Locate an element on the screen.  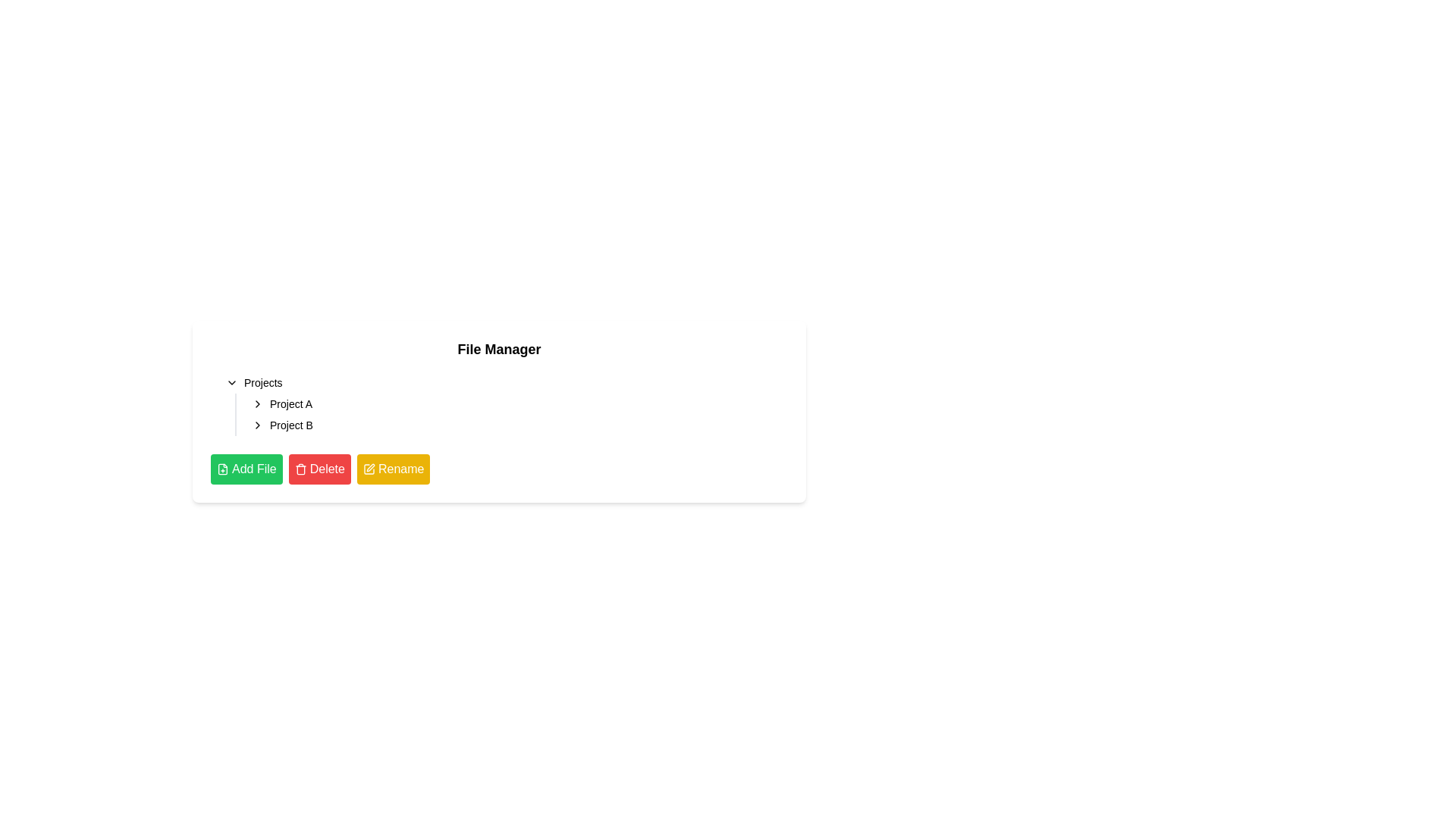
the downward-pointing chevron icon next to the 'Projects' label is located at coordinates (231, 382).